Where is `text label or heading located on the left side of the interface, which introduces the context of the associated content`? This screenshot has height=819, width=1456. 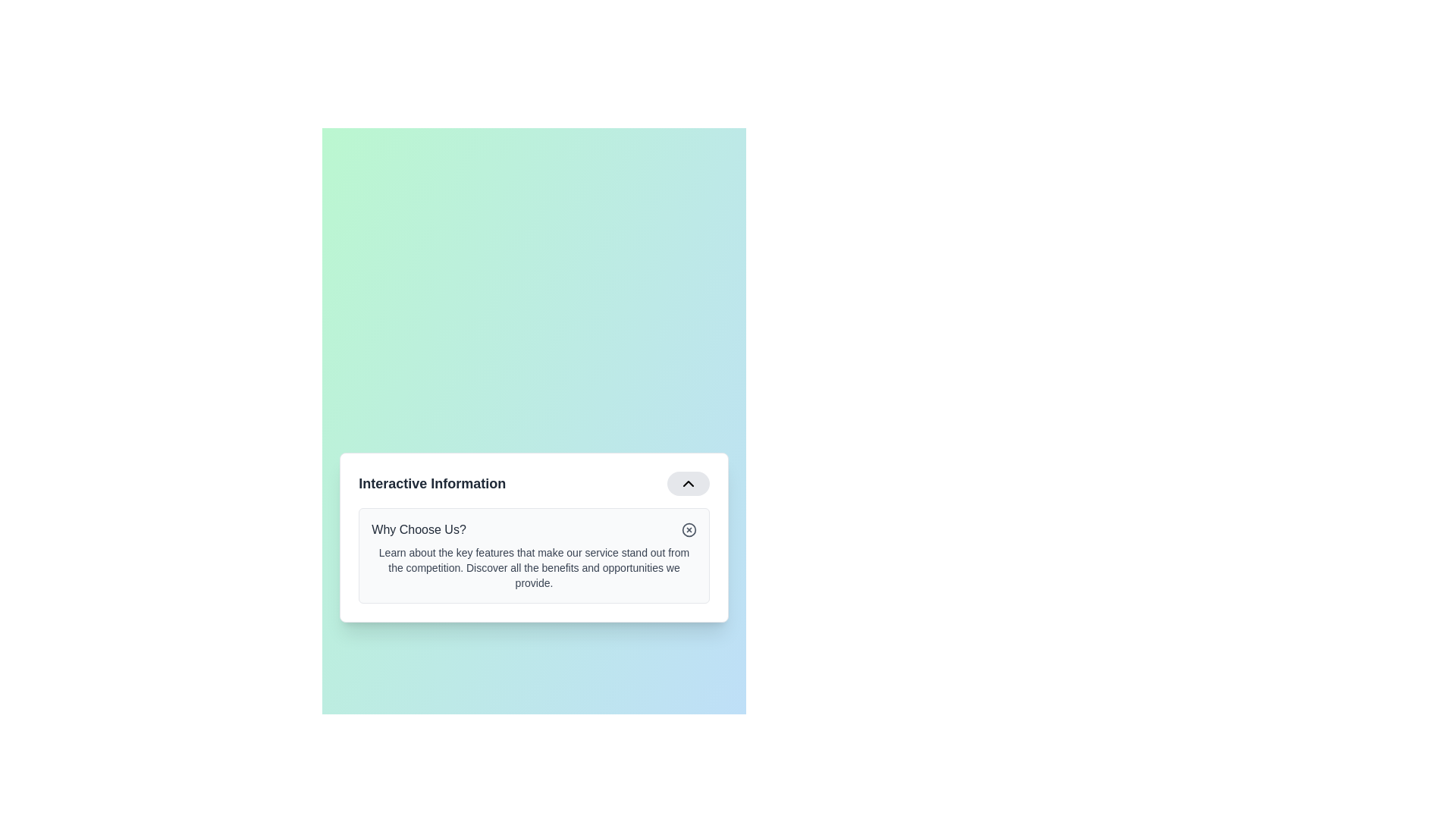
text label or heading located on the left side of the interface, which introduces the context of the associated content is located at coordinates (431, 483).